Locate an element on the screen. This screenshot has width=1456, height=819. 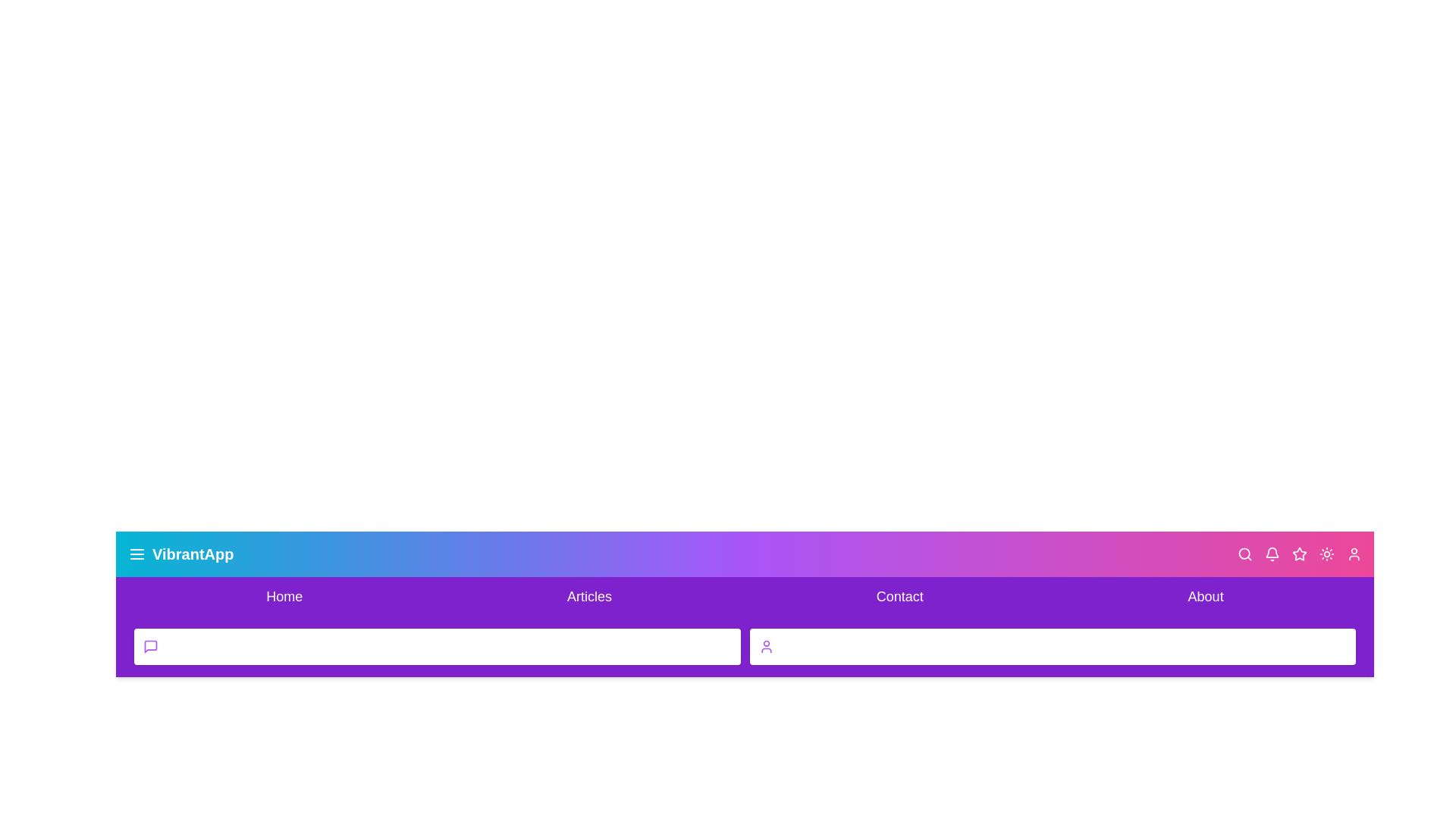
the call-to-action element Connect Profile in the menu is located at coordinates (1052, 646).